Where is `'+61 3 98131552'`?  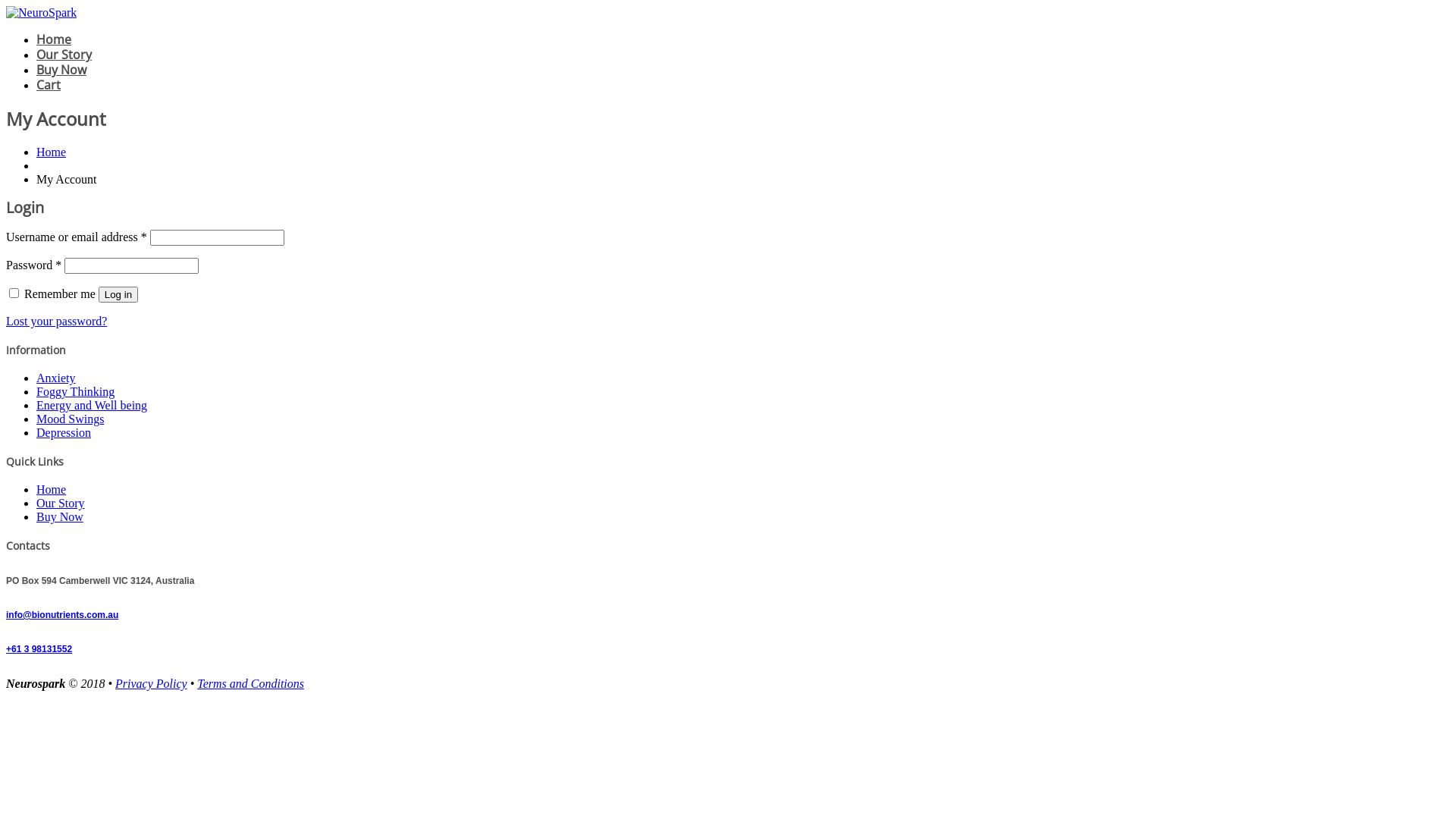
'+61 3 98131552' is located at coordinates (39, 648).